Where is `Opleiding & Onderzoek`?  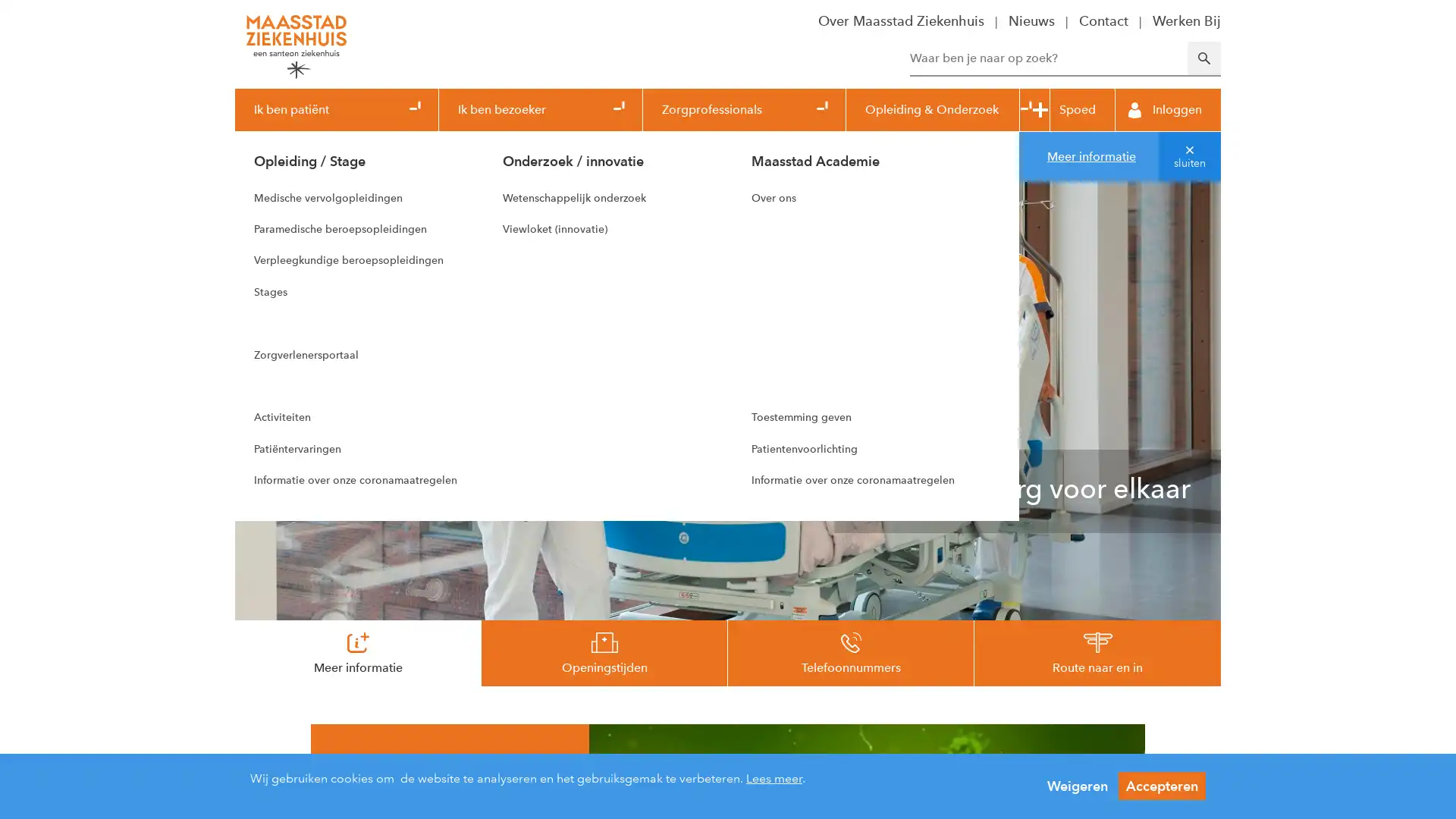
Opleiding & Onderzoek is located at coordinates (946, 109).